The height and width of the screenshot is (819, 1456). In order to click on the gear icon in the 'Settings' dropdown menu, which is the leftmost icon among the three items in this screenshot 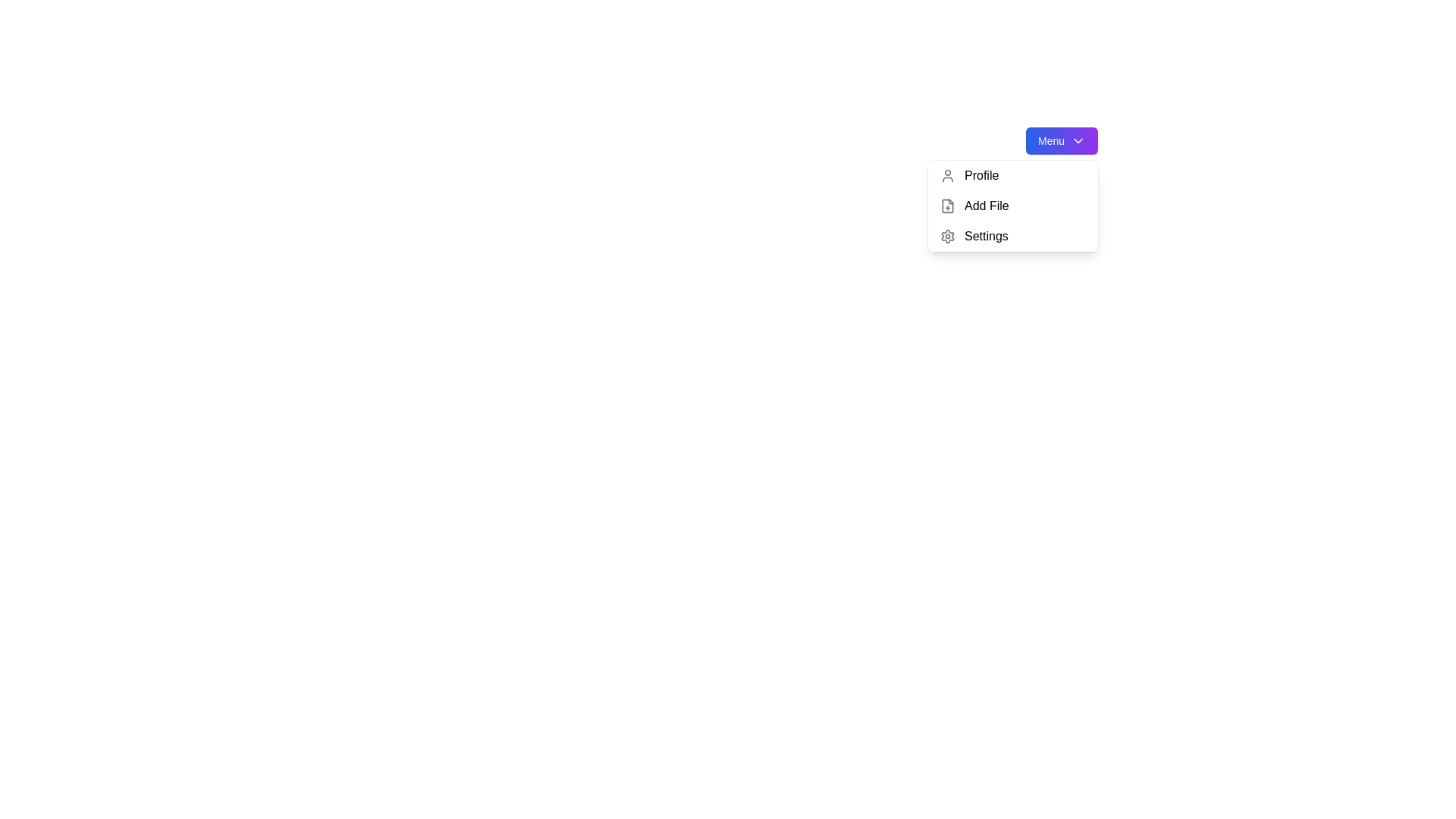, I will do `click(947, 237)`.